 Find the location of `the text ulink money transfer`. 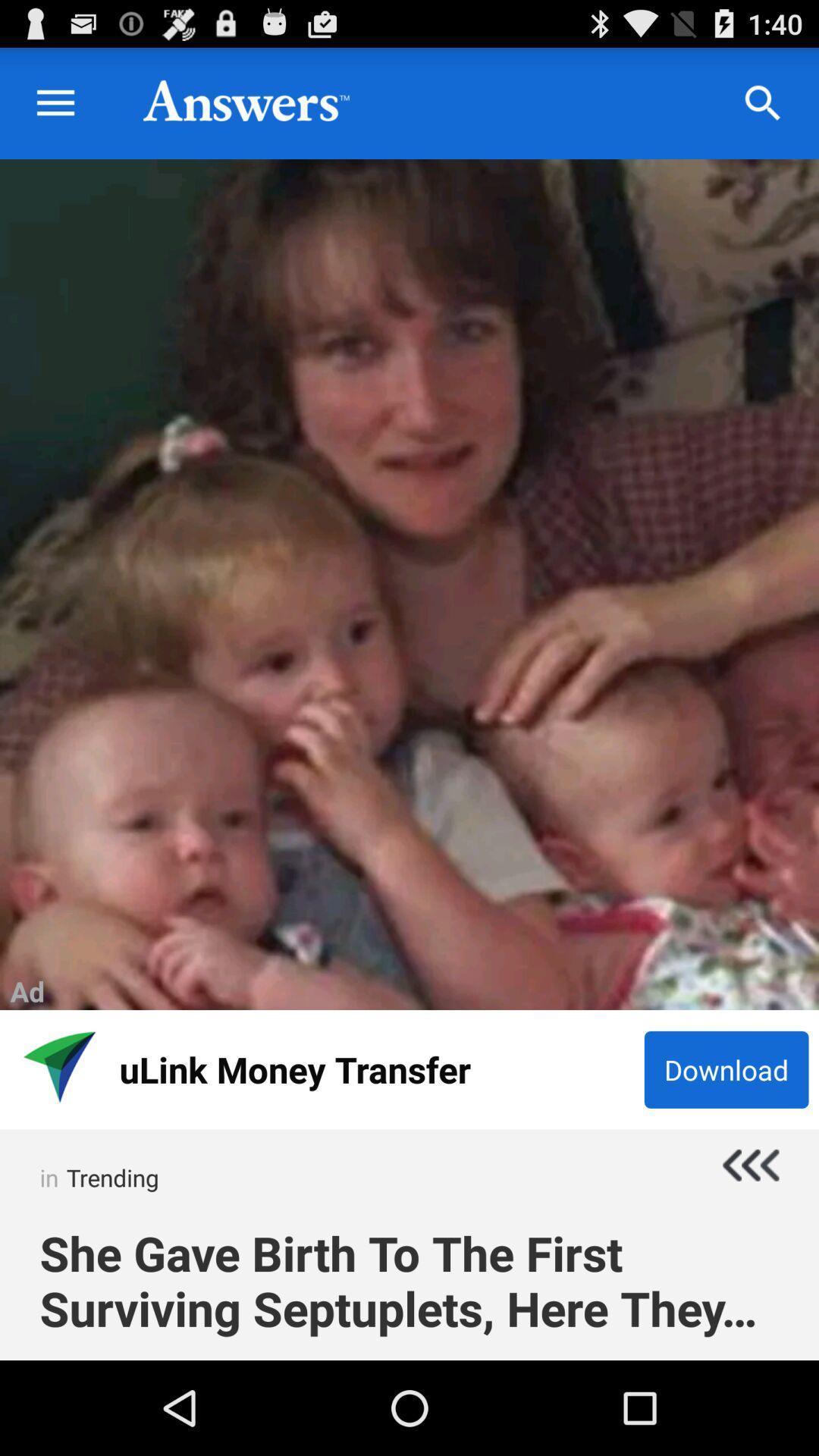

the text ulink money transfer is located at coordinates (376, 1068).